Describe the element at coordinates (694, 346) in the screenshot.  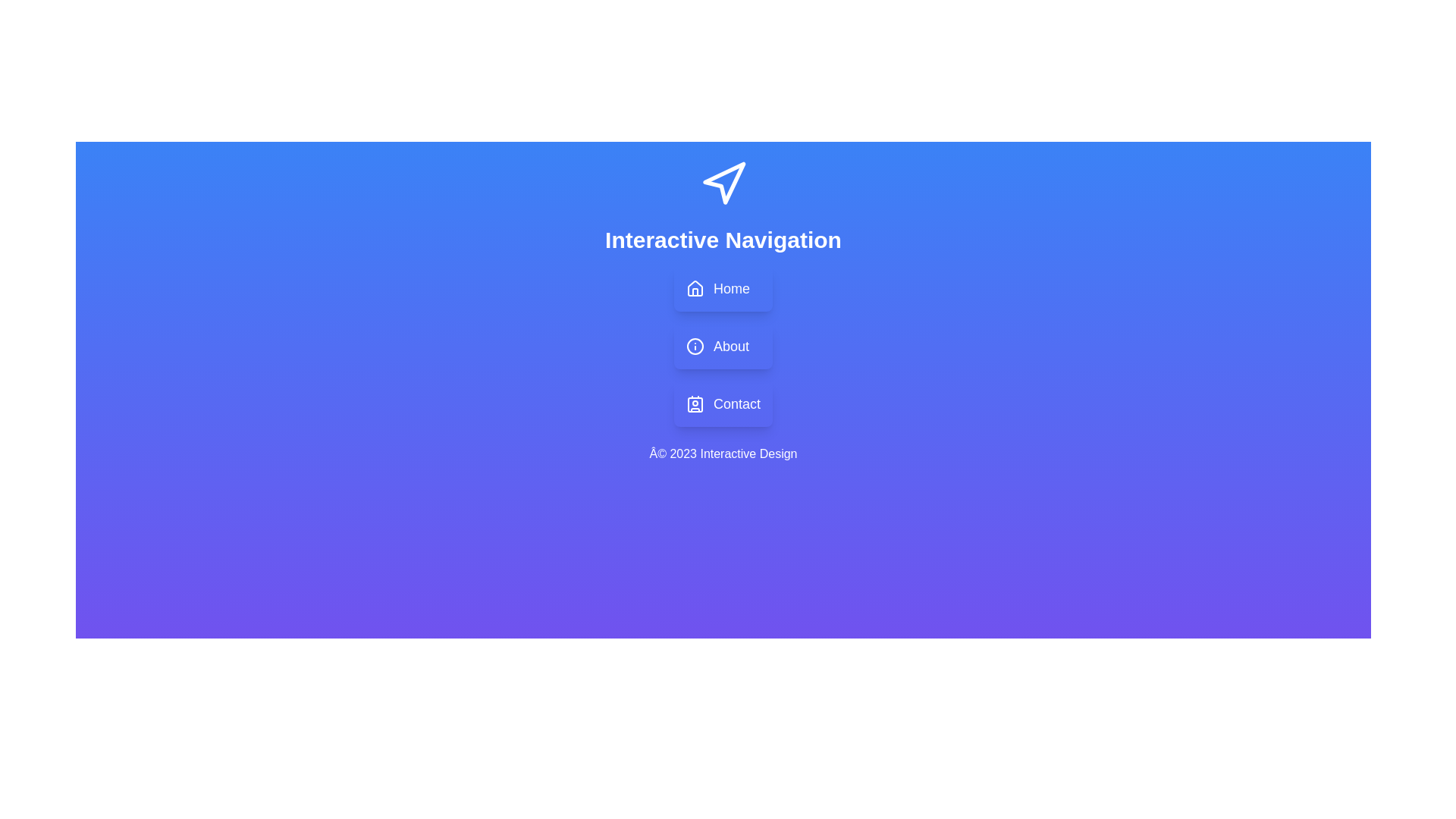
I see `the SVG circle within the 'About' button, which visually reinforces the label and is centrally located among sibling buttons like 'Home' and 'Contact'` at that location.